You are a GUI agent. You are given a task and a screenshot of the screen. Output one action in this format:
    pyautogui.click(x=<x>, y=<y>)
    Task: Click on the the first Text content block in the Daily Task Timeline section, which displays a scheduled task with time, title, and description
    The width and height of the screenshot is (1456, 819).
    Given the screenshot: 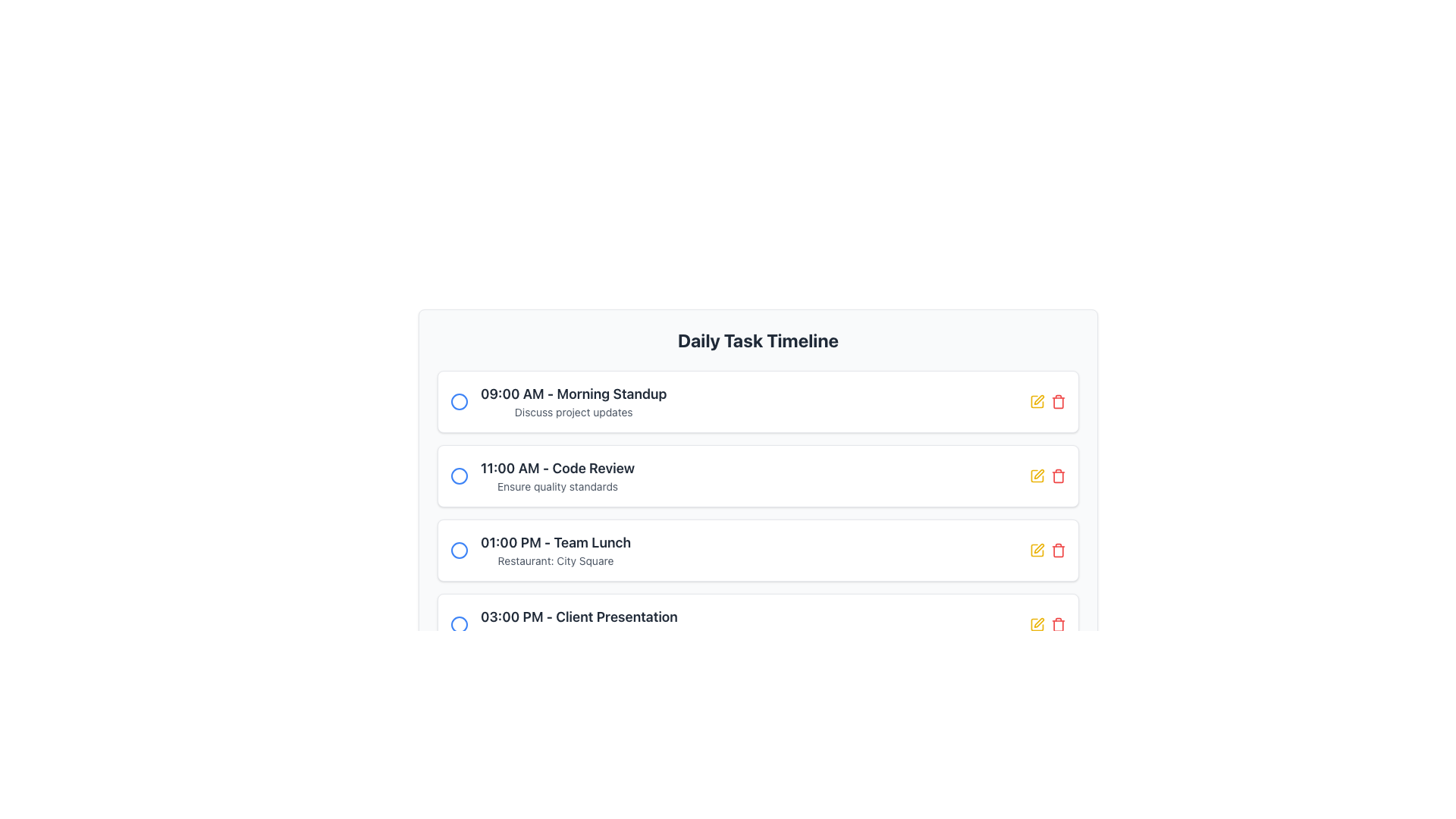 What is the action you would take?
    pyautogui.click(x=573, y=400)
    